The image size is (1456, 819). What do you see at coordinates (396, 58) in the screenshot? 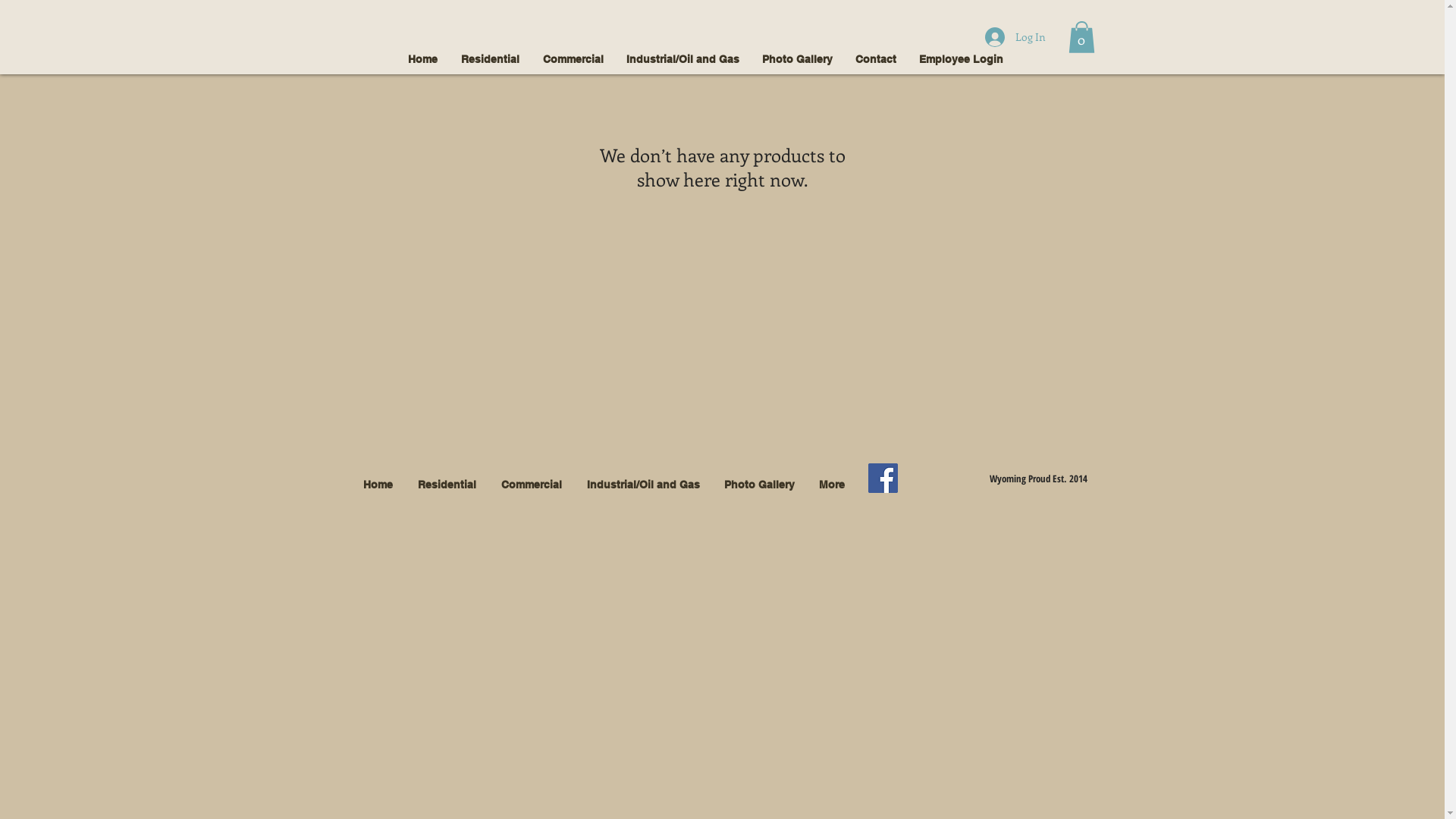
I see `'Home'` at bounding box center [396, 58].